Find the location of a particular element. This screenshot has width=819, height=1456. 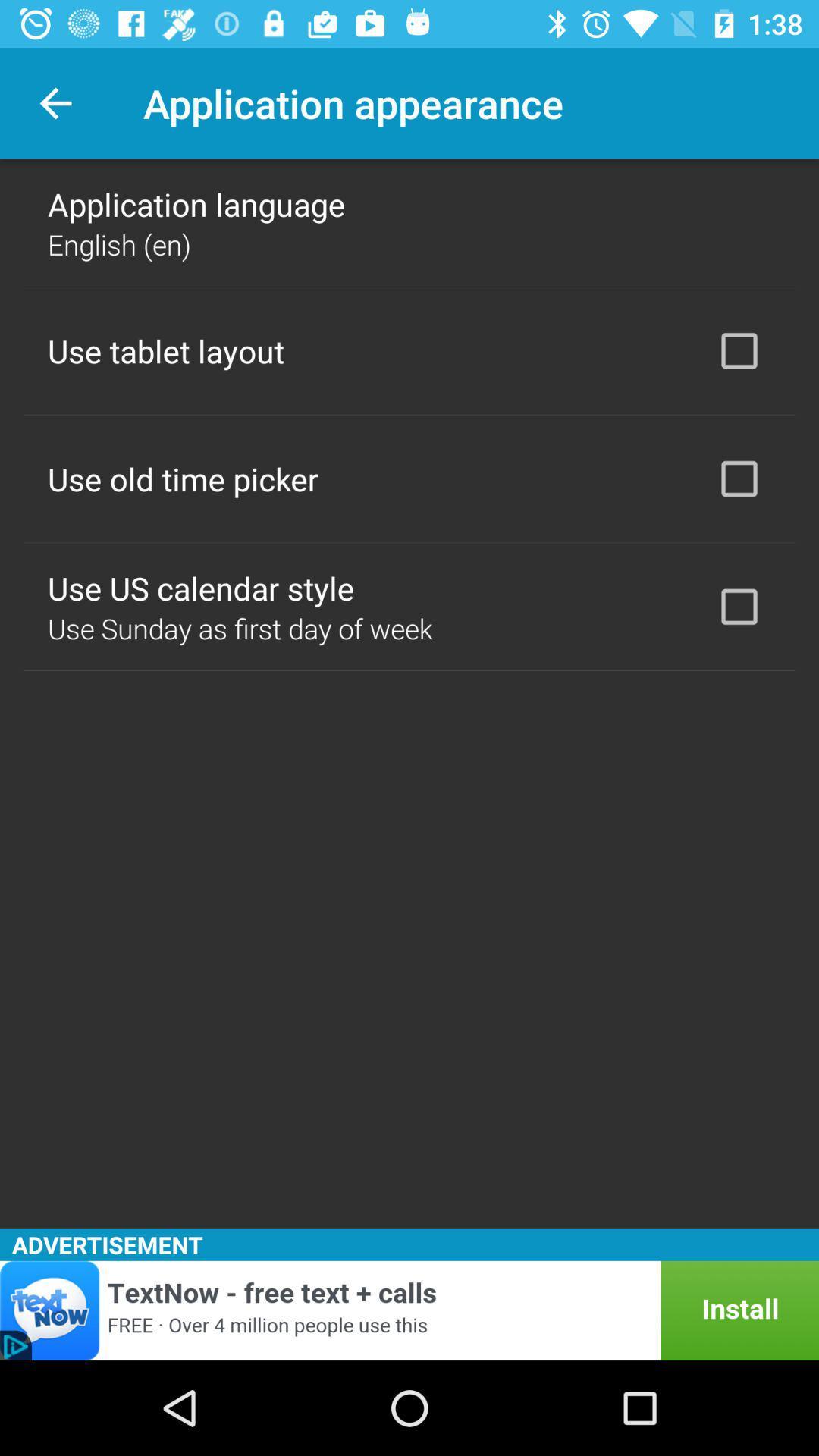

advertisement banner is located at coordinates (409, 1310).